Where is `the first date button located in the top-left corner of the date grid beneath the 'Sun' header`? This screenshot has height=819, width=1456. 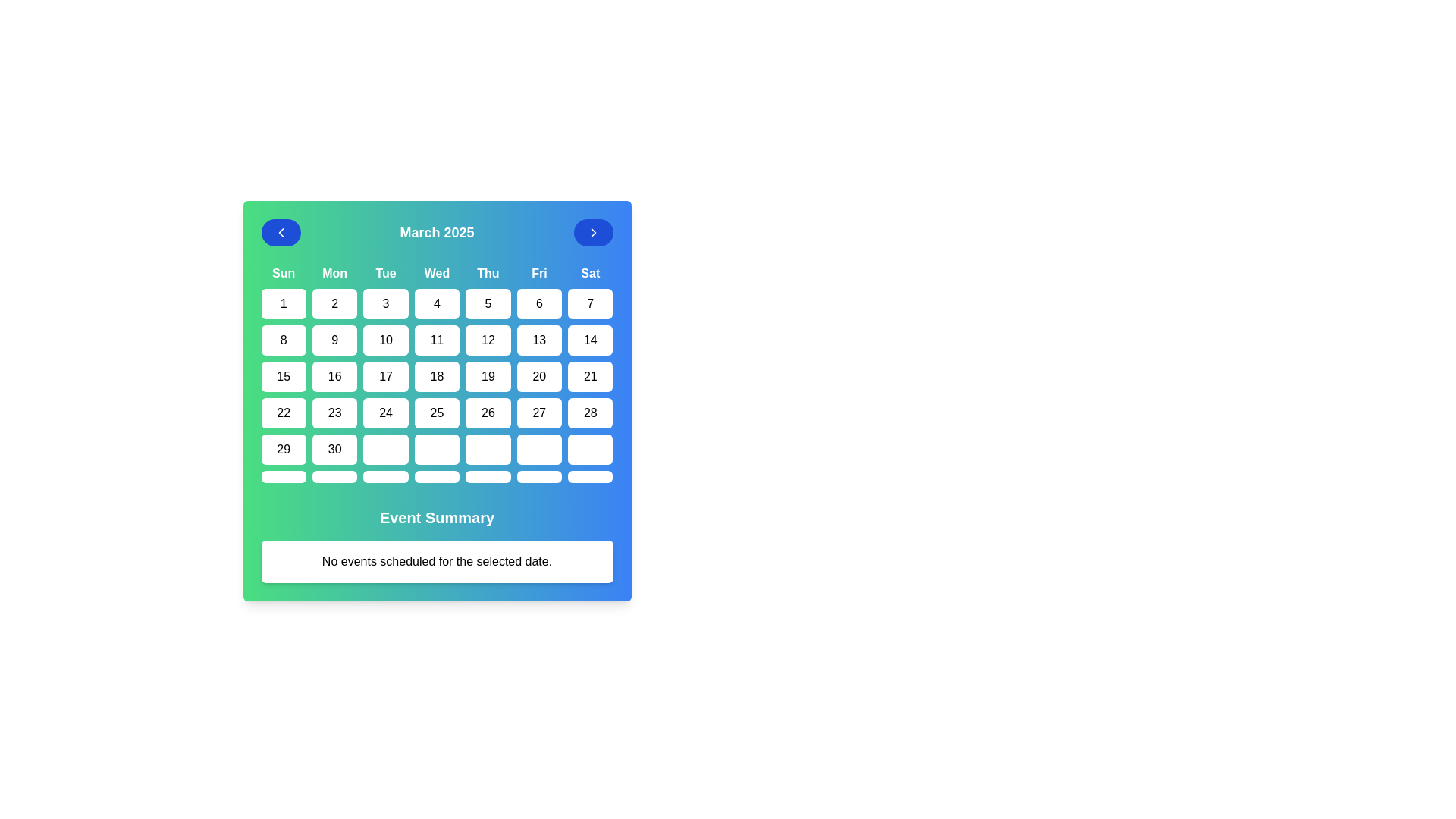
the first date button located in the top-left corner of the date grid beneath the 'Sun' header is located at coordinates (284, 304).